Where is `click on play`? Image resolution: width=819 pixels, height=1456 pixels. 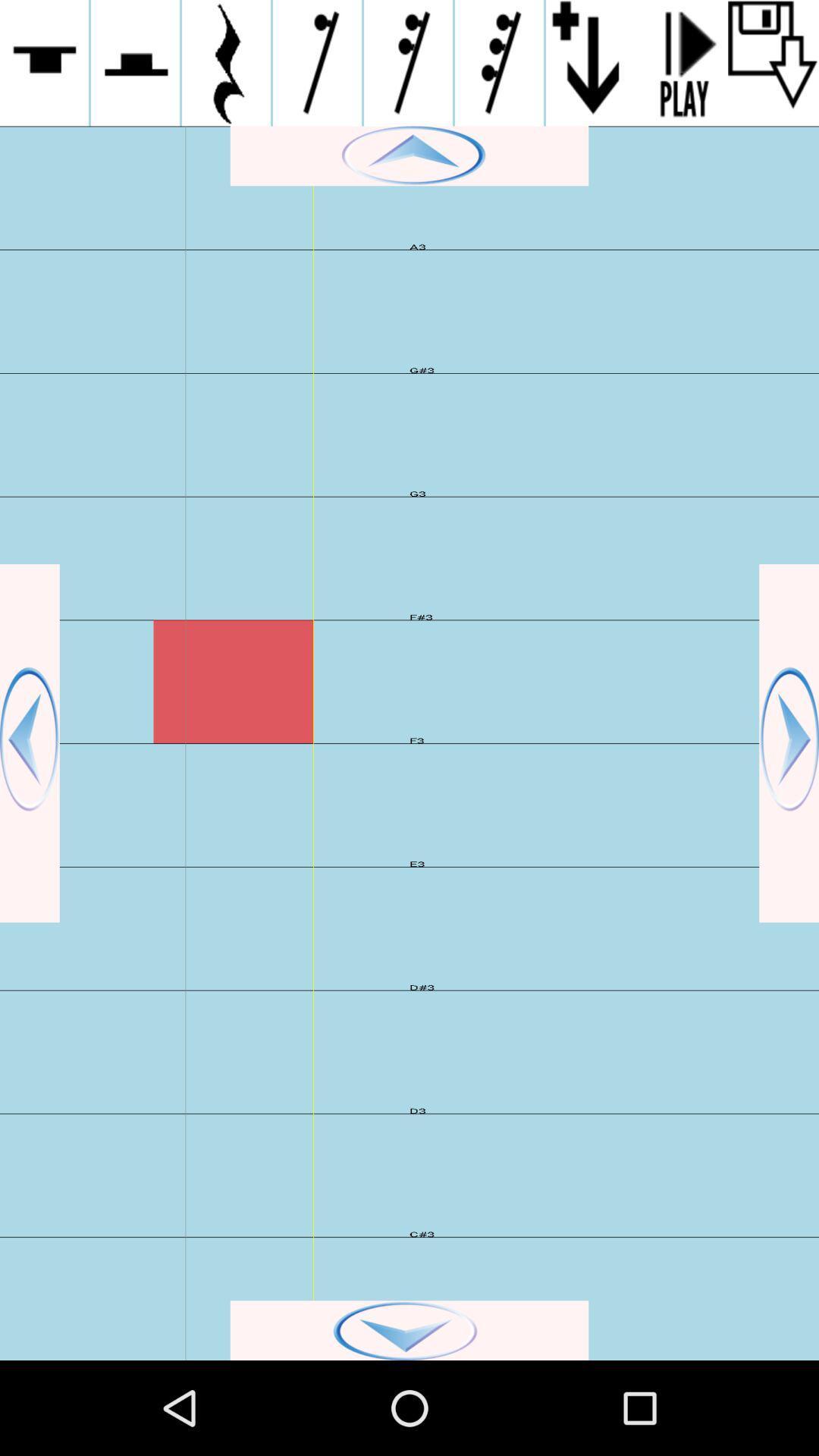 click on play is located at coordinates (681, 62).